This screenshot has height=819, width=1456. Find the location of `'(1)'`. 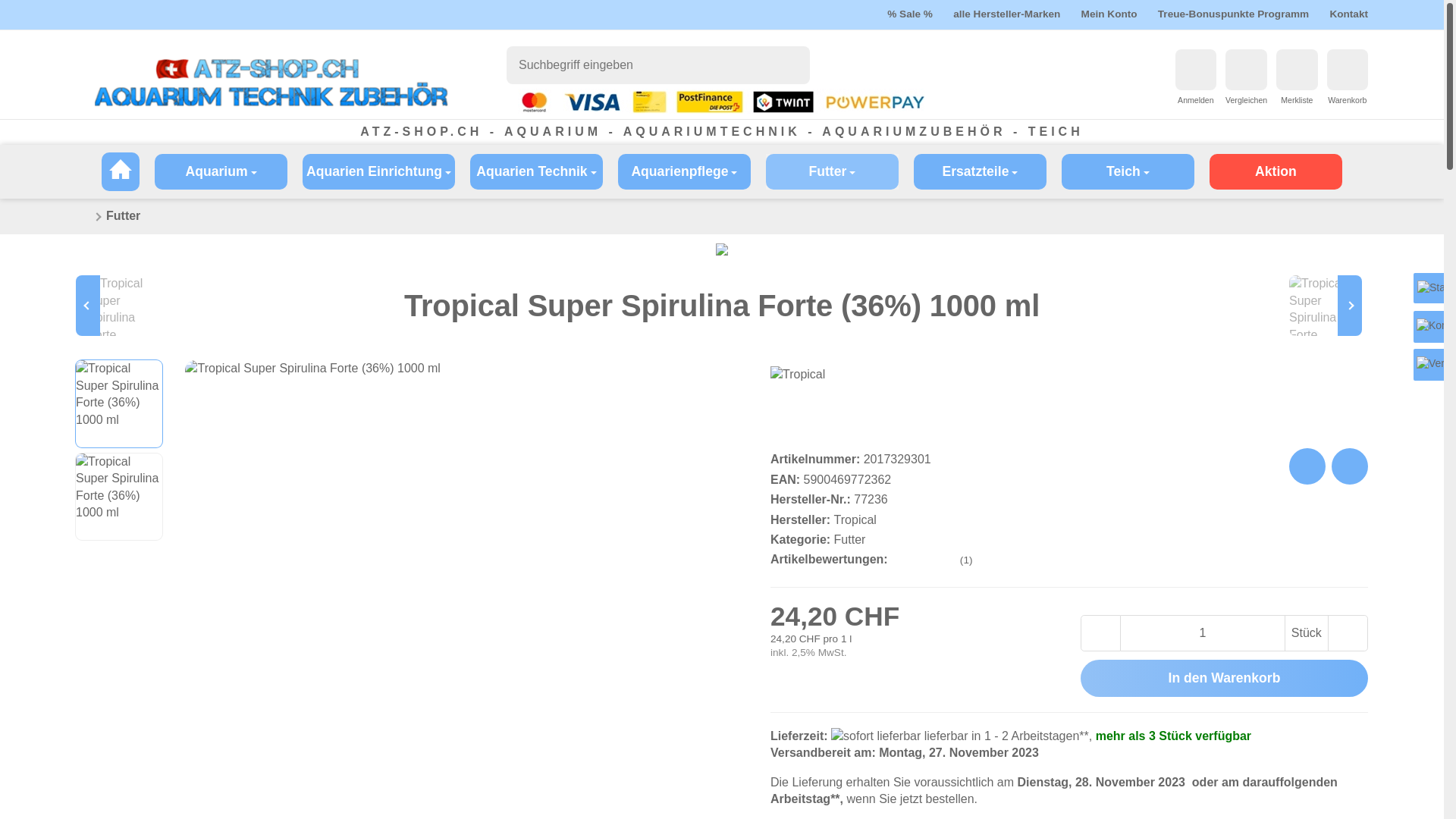

'(1)' is located at coordinates (932, 560).